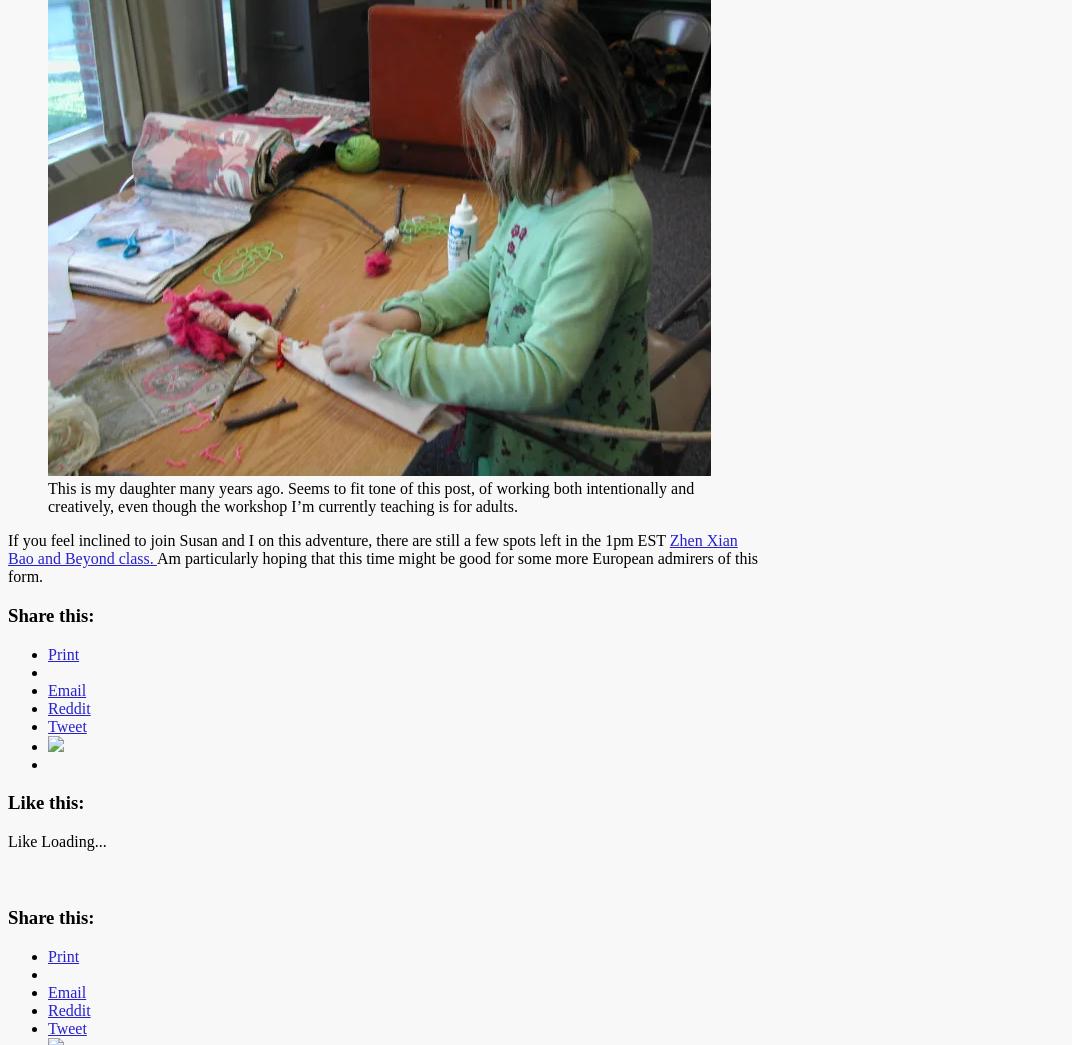 This screenshot has width=1072, height=1045. I want to click on 'Zhen Xian Bao and Beyond class.', so click(372, 549).